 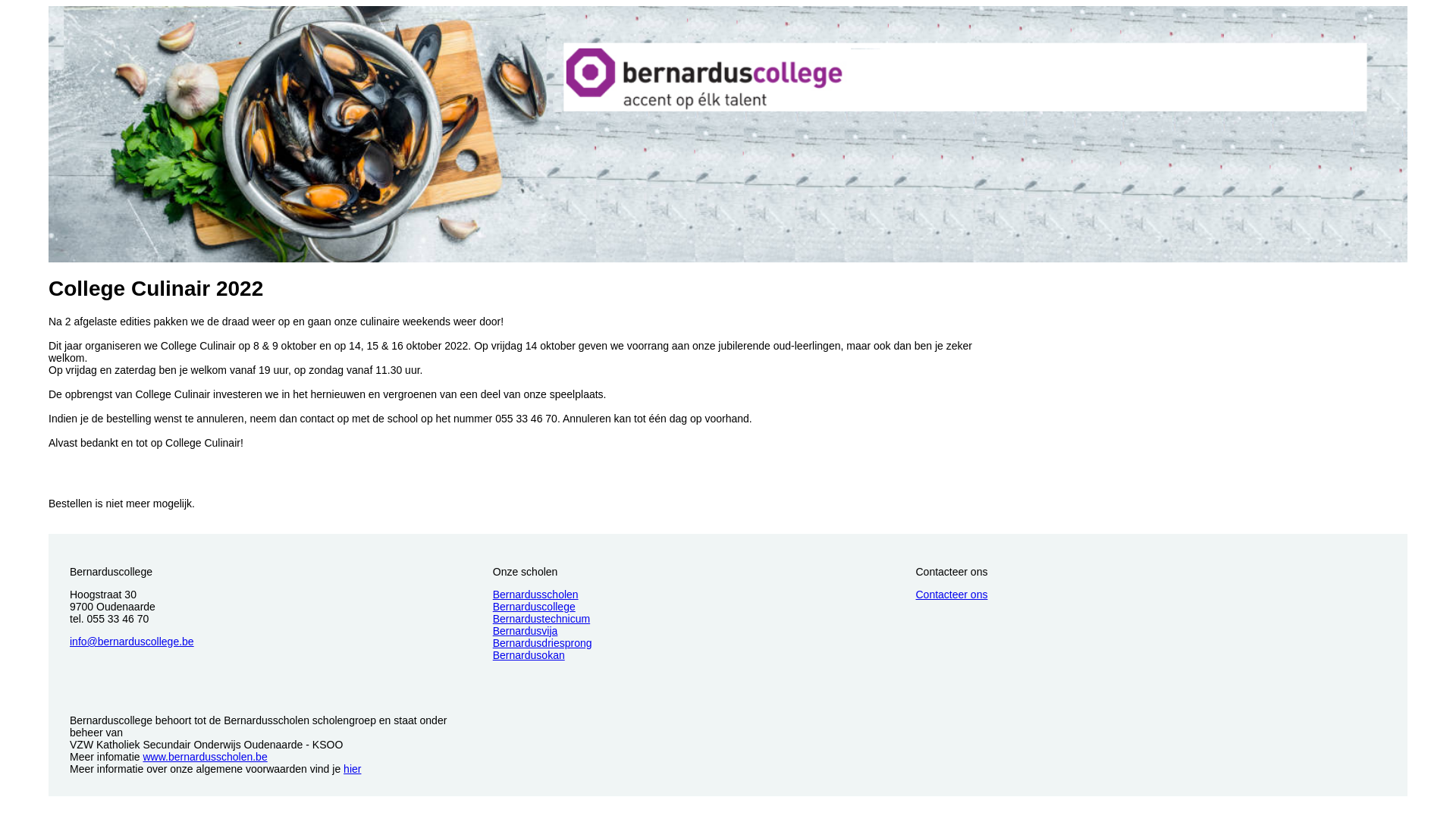 I want to click on 'Contacteer ons', so click(x=915, y=593).